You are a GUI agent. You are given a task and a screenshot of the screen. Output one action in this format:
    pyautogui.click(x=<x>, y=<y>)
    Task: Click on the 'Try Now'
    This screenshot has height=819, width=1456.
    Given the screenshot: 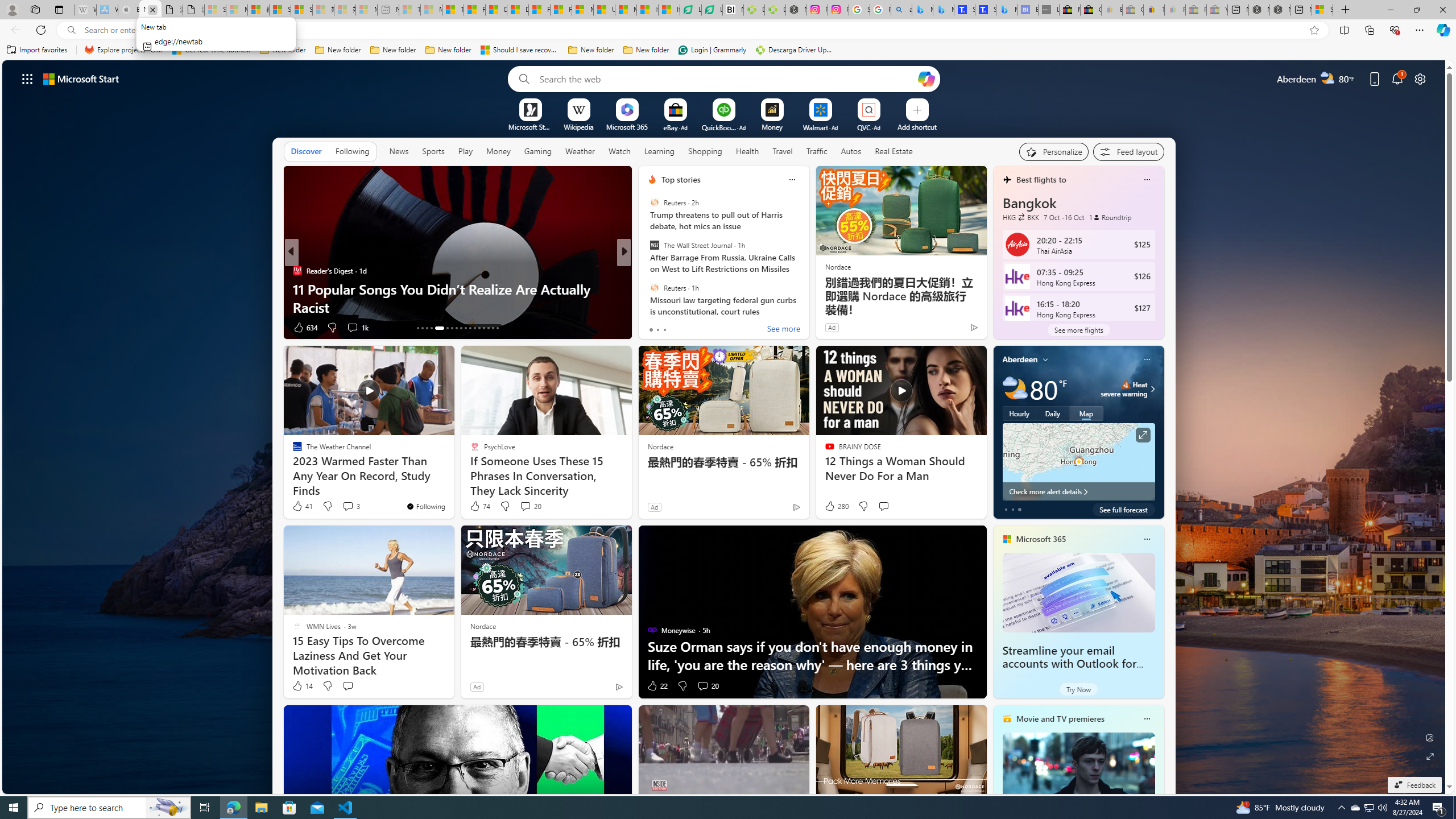 What is the action you would take?
    pyautogui.click(x=1078, y=688)
    